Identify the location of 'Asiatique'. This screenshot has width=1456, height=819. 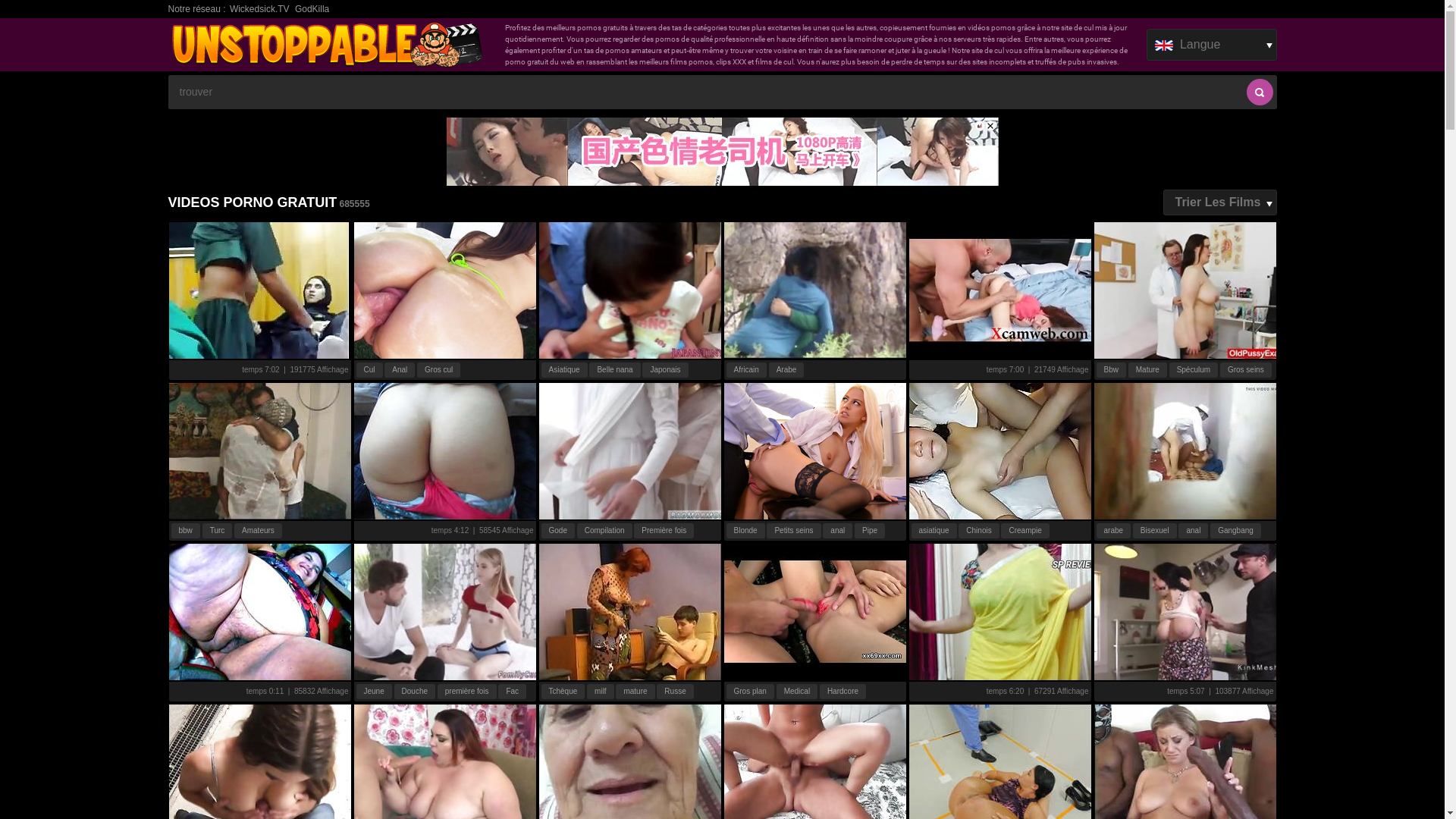
(563, 370).